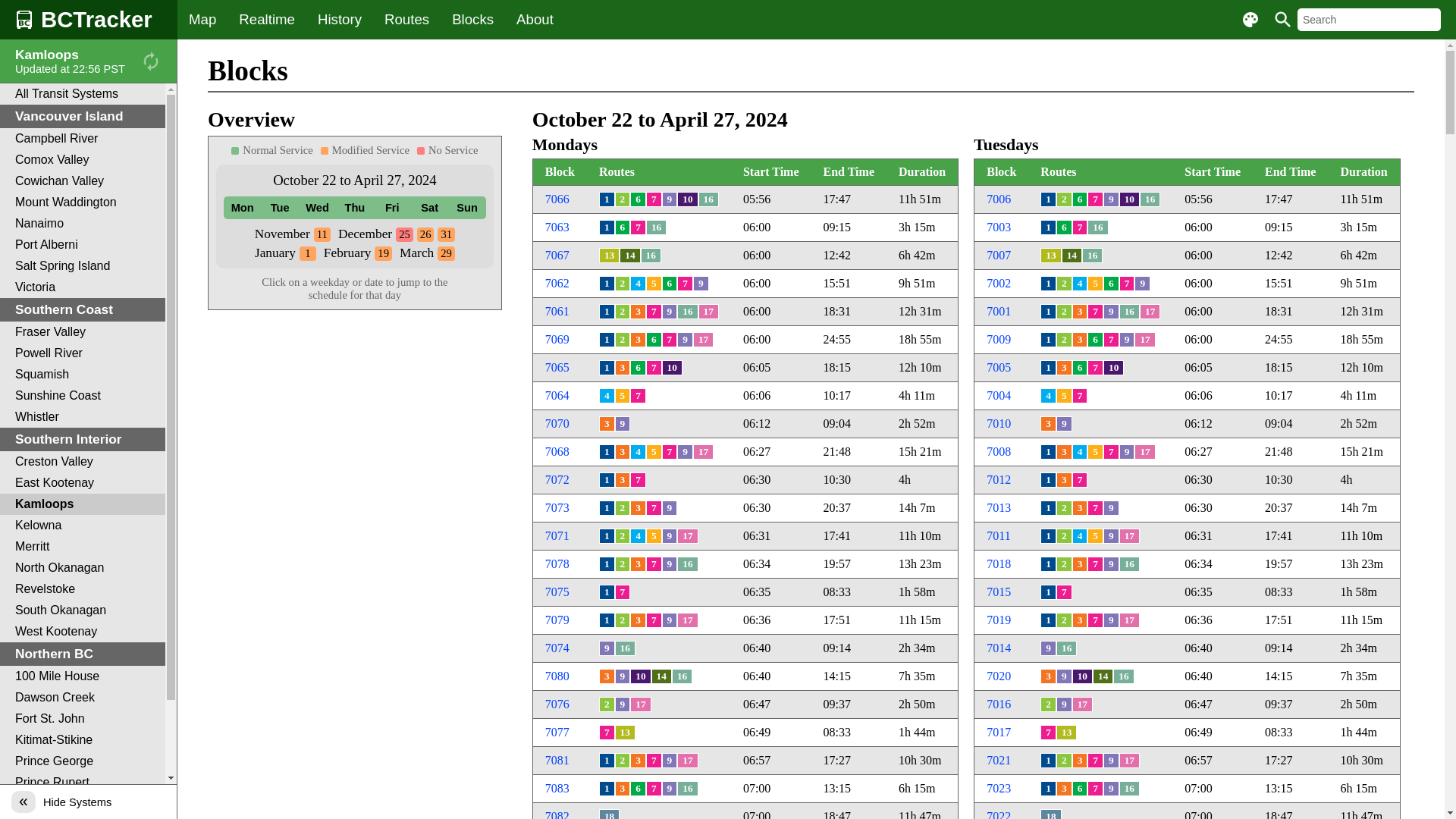  Describe the element at coordinates (556, 450) in the screenshot. I see `'7068'` at that location.